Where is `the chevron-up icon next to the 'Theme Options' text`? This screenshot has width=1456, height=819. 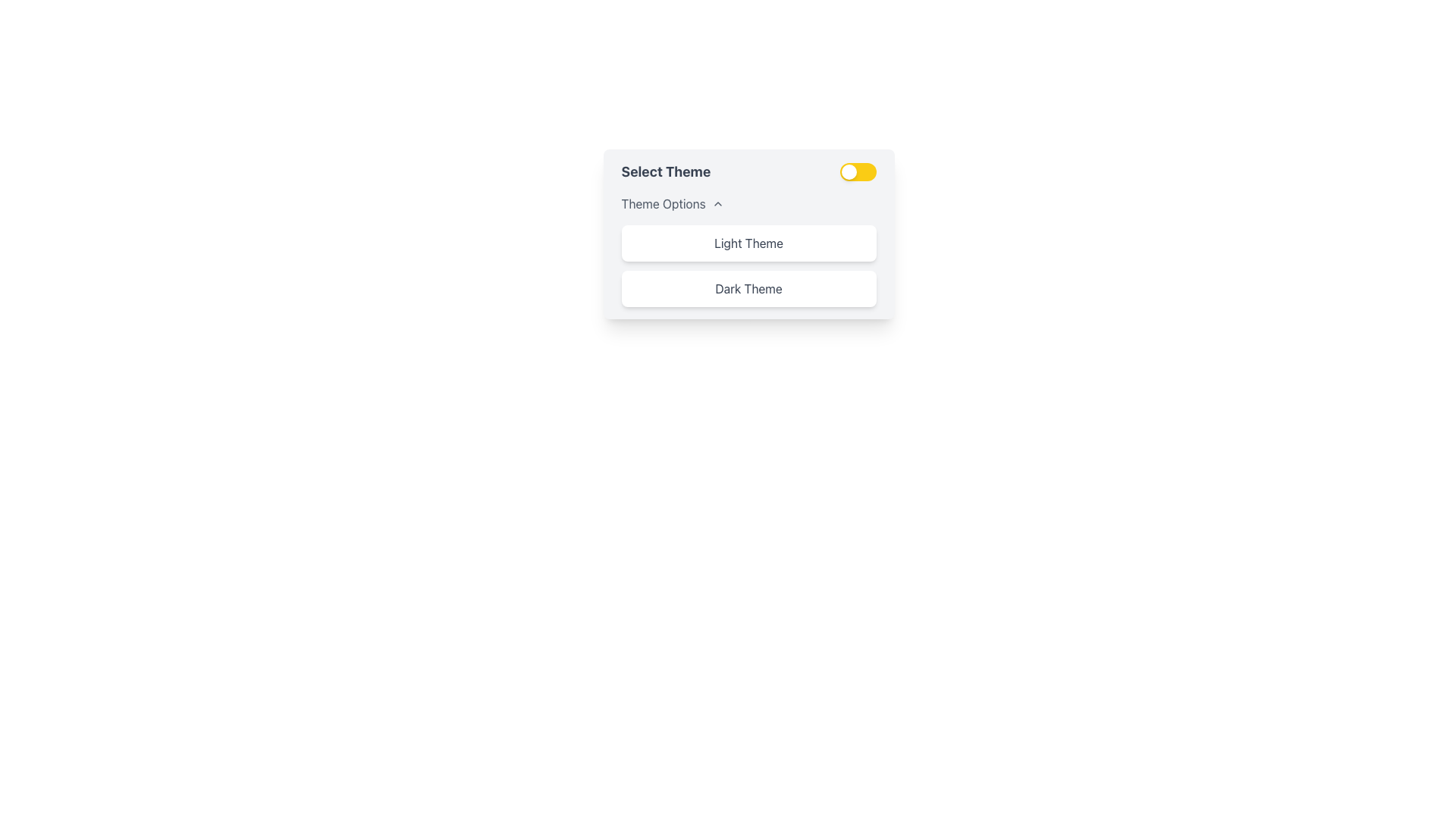
the chevron-up icon next to the 'Theme Options' text is located at coordinates (717, 203).